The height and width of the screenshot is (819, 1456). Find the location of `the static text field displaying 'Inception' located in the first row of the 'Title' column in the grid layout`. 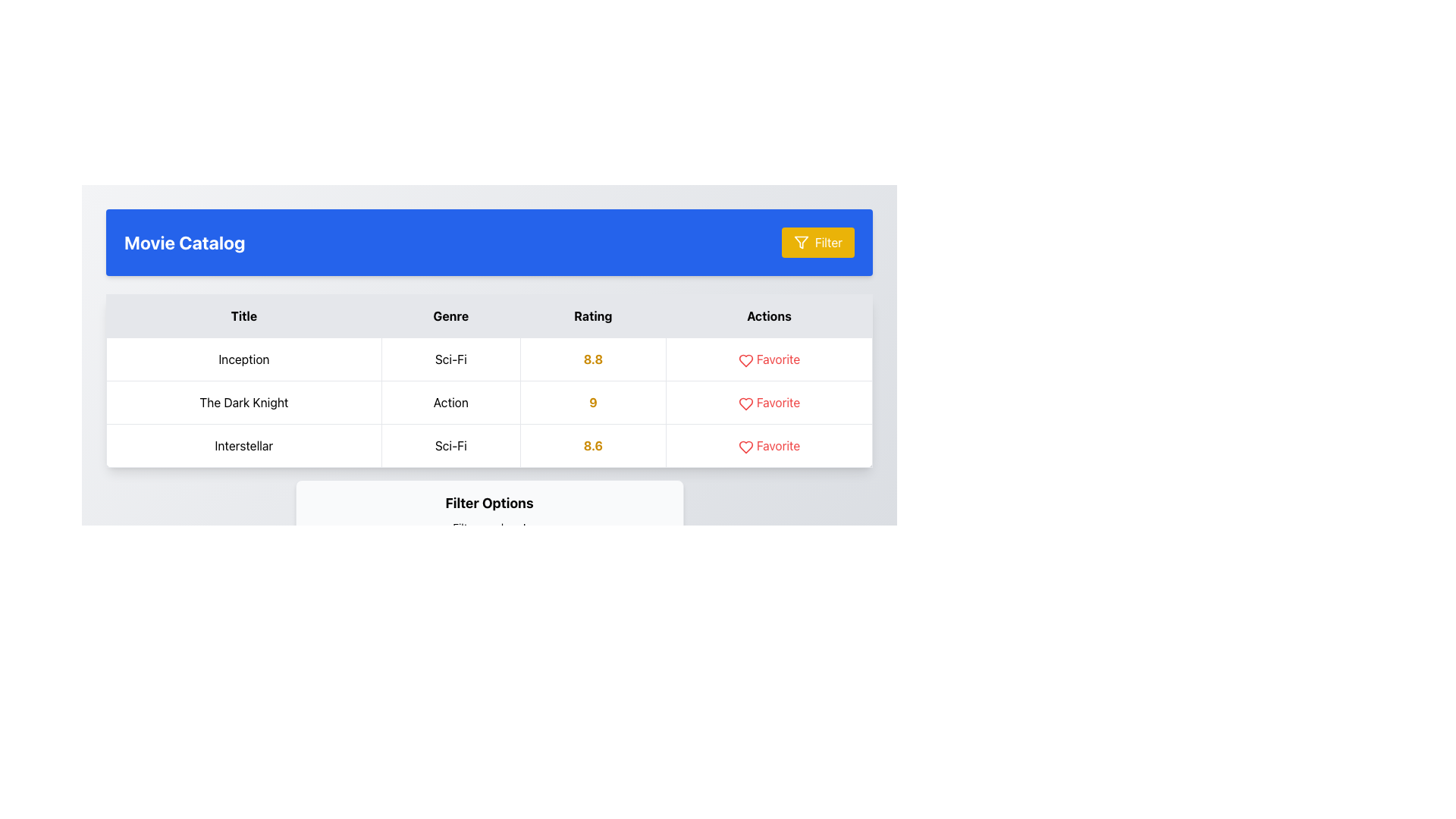

the static text field displaying 'Inception' located in the first row of the 'Title' column in the grid layout is located at coordinates (243, 359).